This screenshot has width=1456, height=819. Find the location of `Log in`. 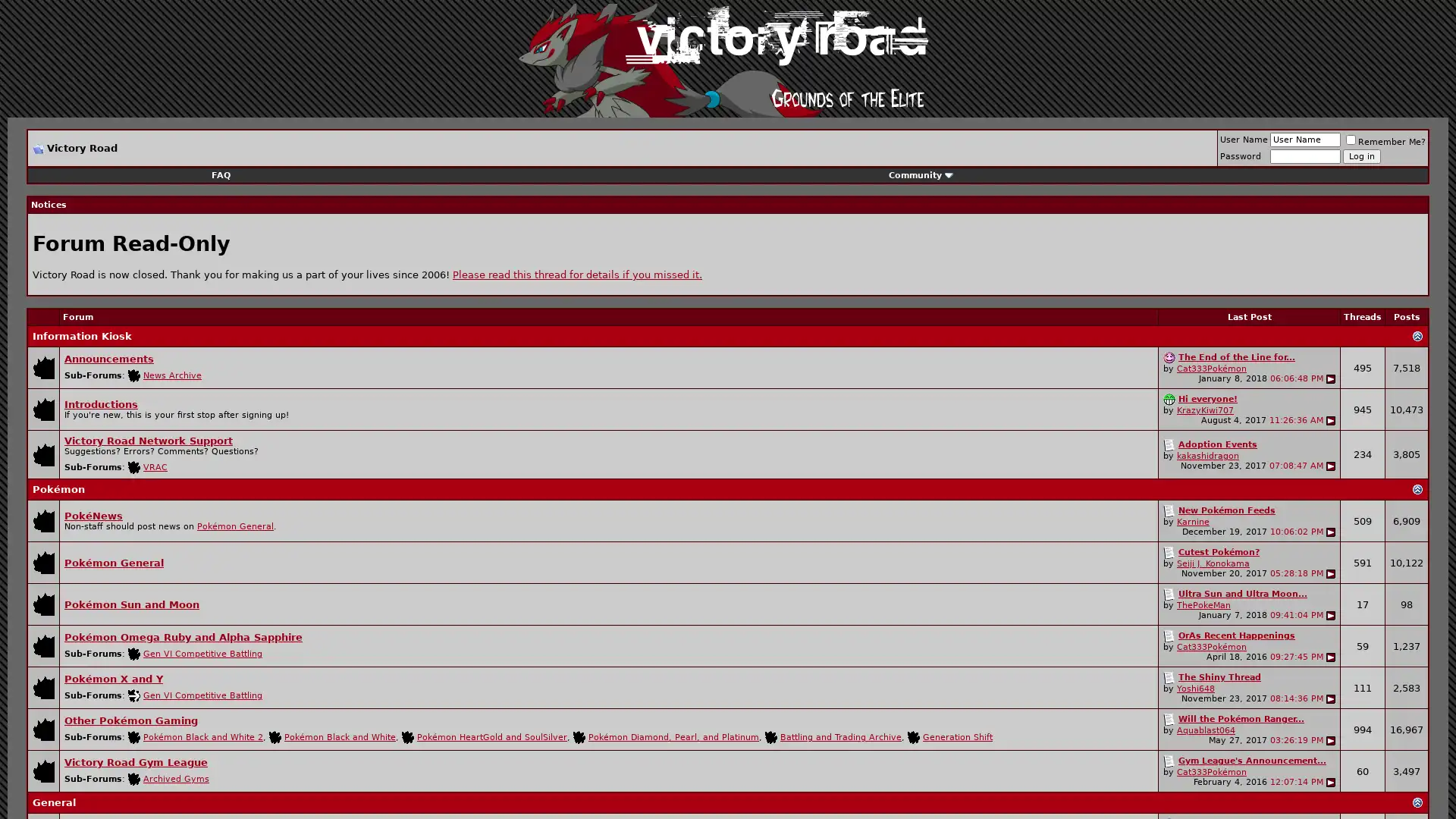

Log in is located at coordinates (1361, 156).